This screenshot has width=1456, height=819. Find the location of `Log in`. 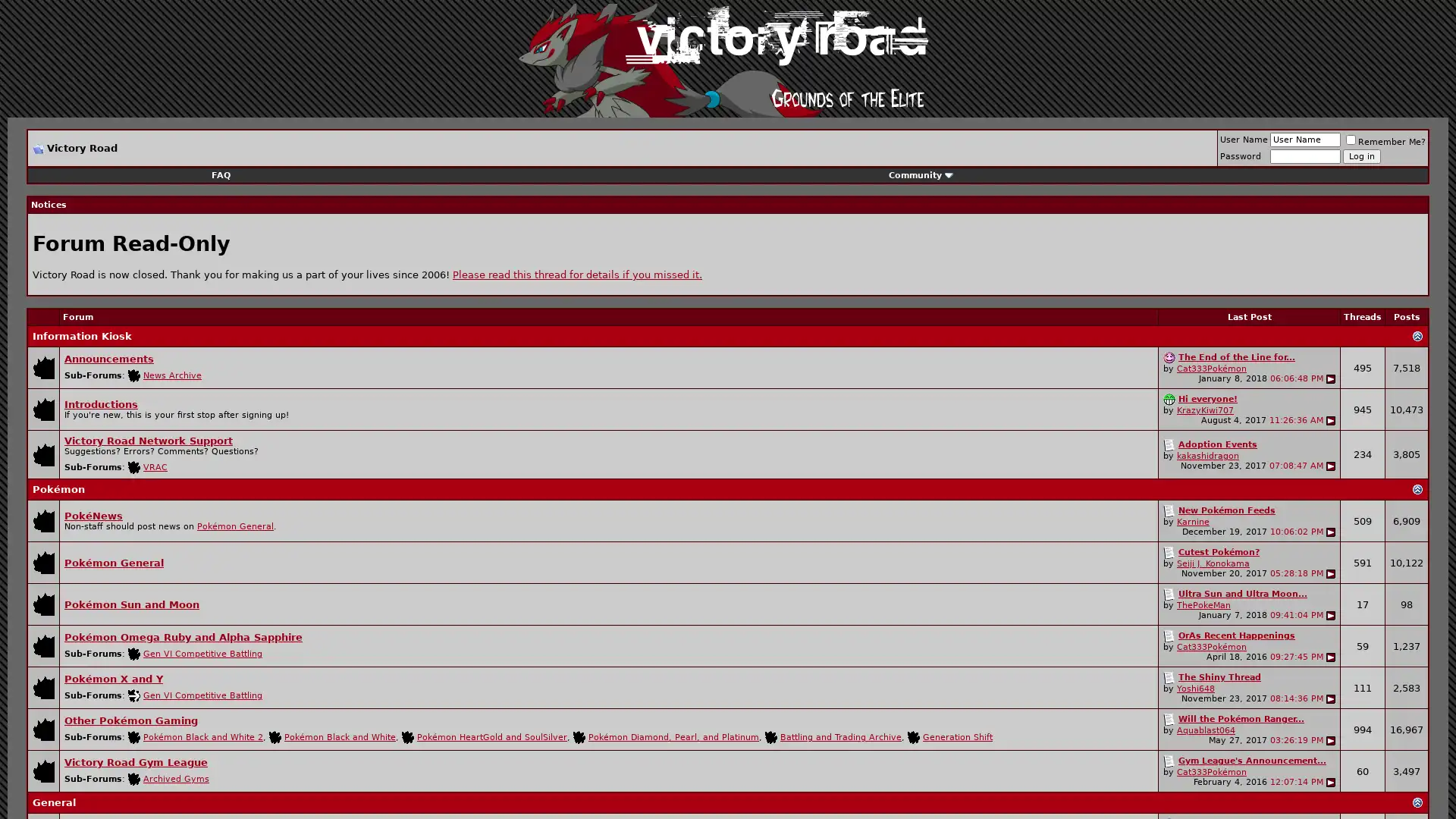

Log in is located at coordinates (1361, 156).